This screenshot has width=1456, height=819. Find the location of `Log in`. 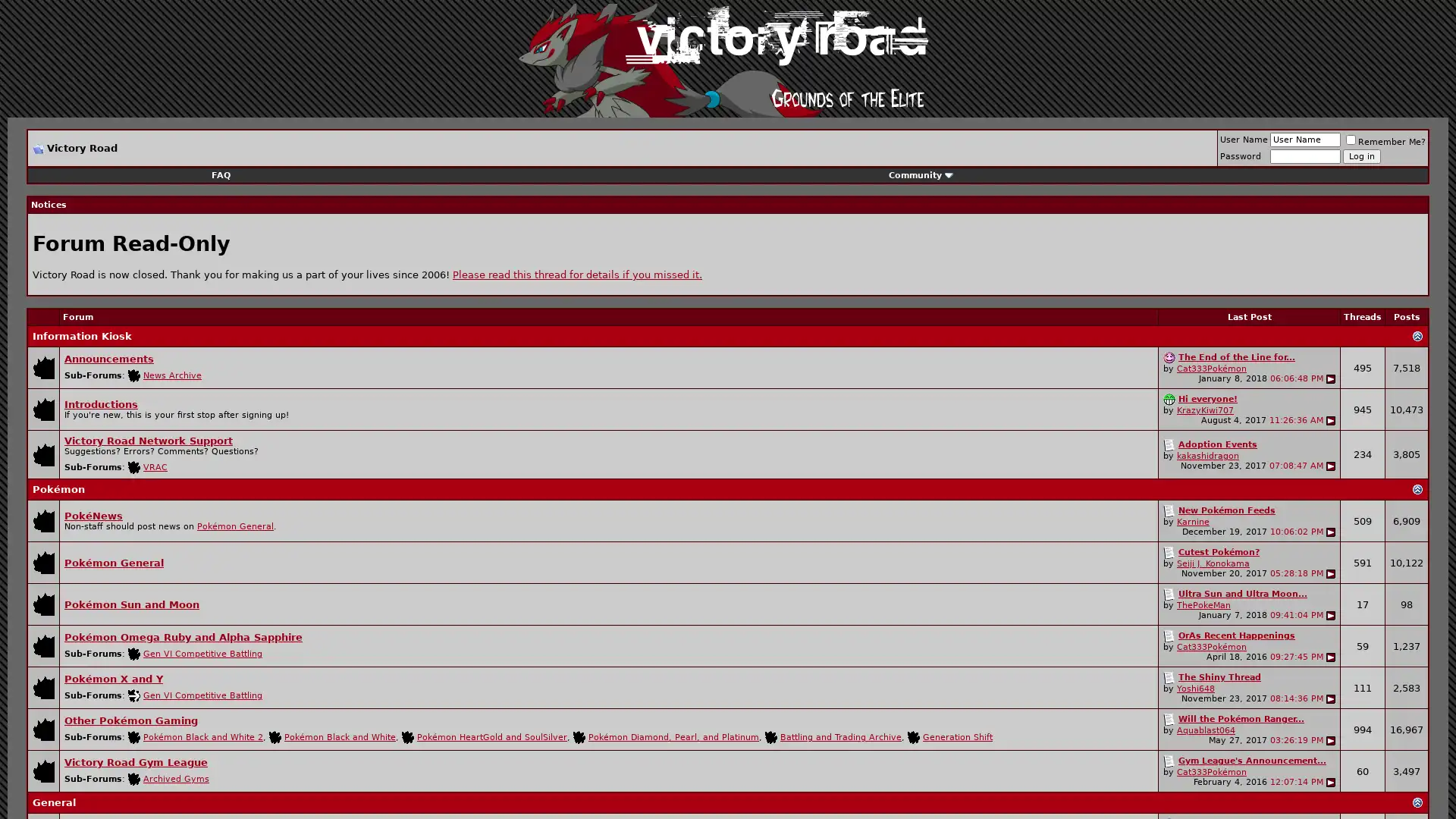

Log in is located at coordinates (1361, 156).